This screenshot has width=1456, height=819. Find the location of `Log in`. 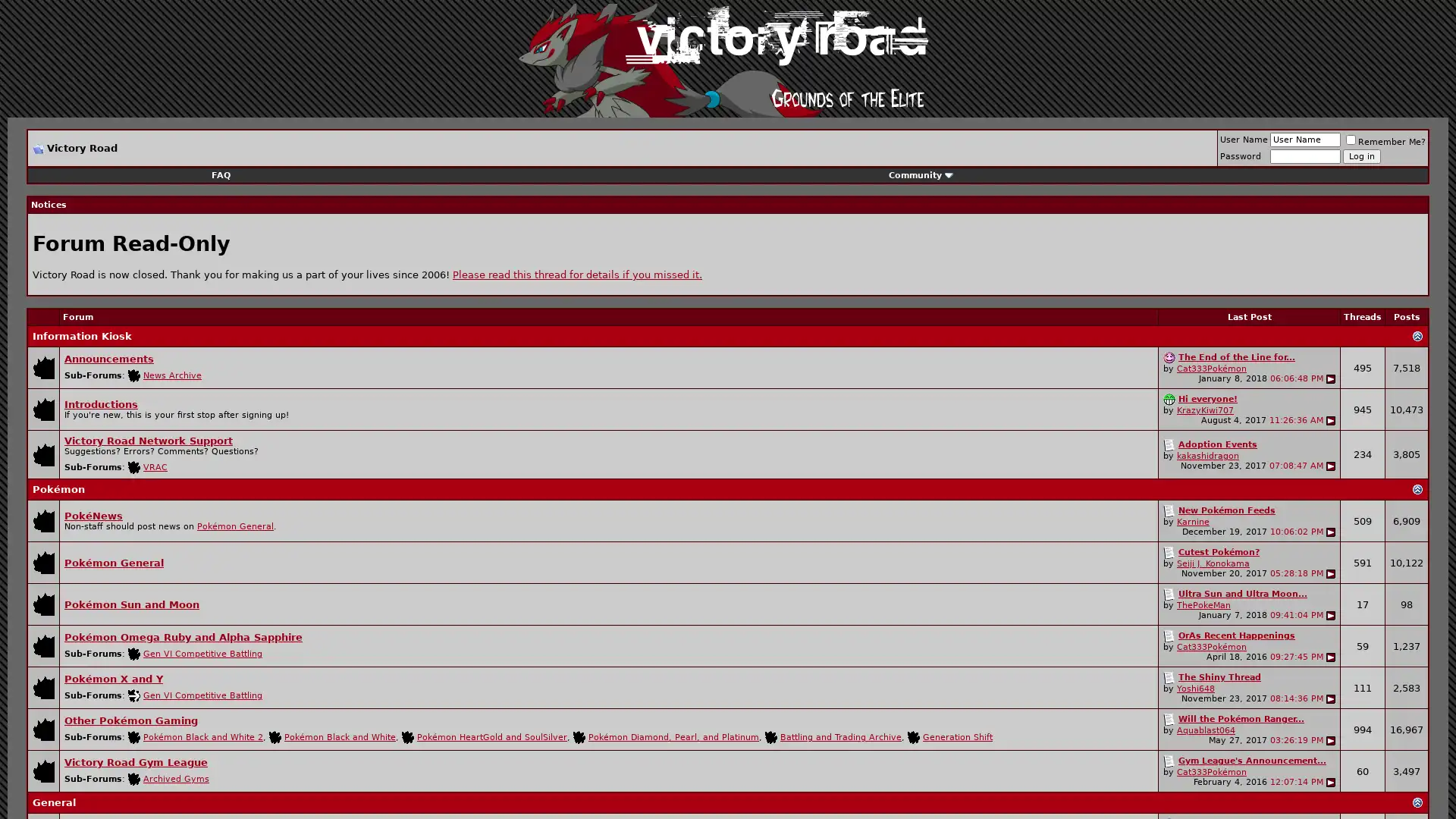

Log in is located at coordinates (1361, 156).